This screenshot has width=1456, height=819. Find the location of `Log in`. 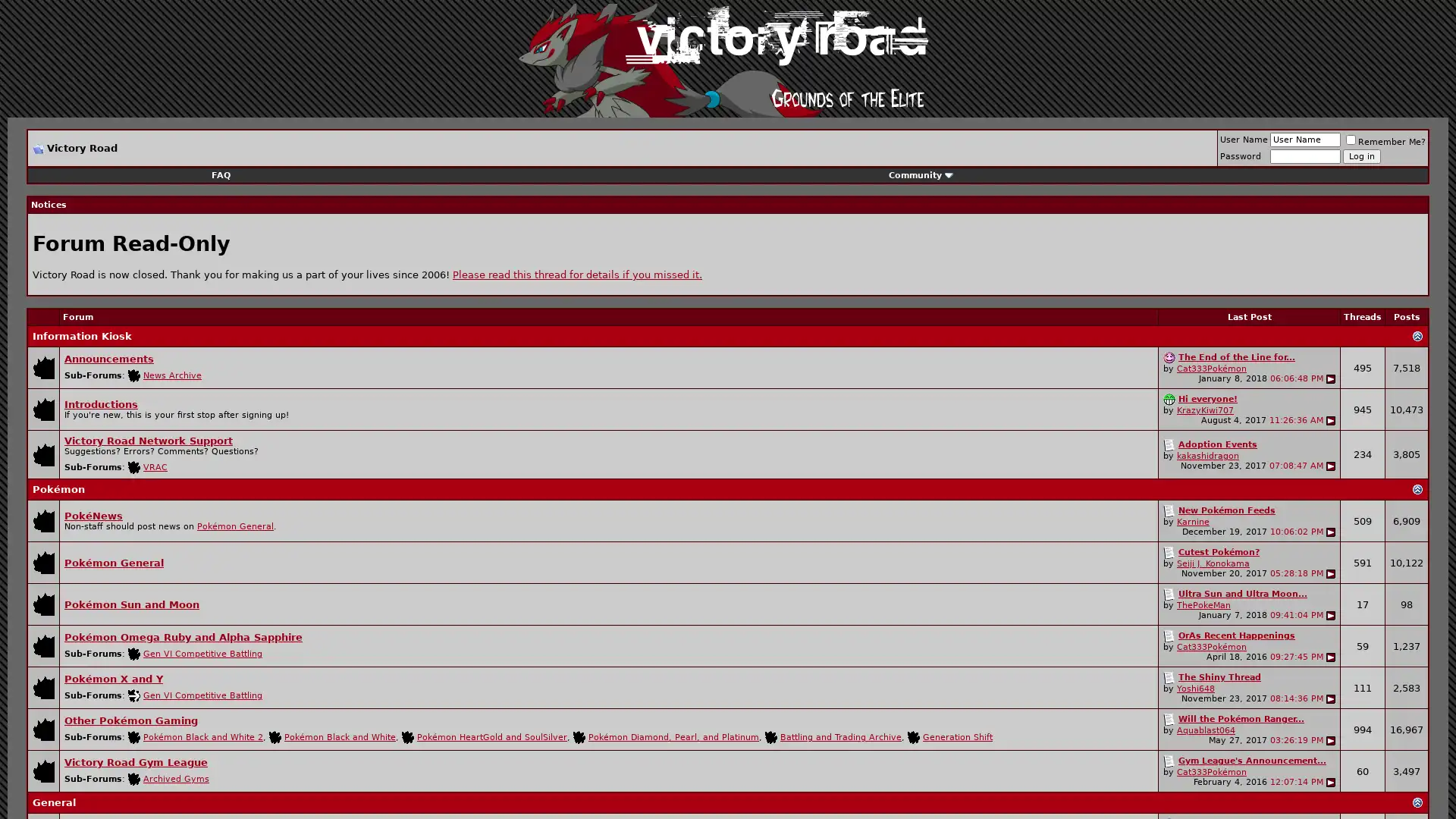

Log in is located at coordinates (1361, 156).